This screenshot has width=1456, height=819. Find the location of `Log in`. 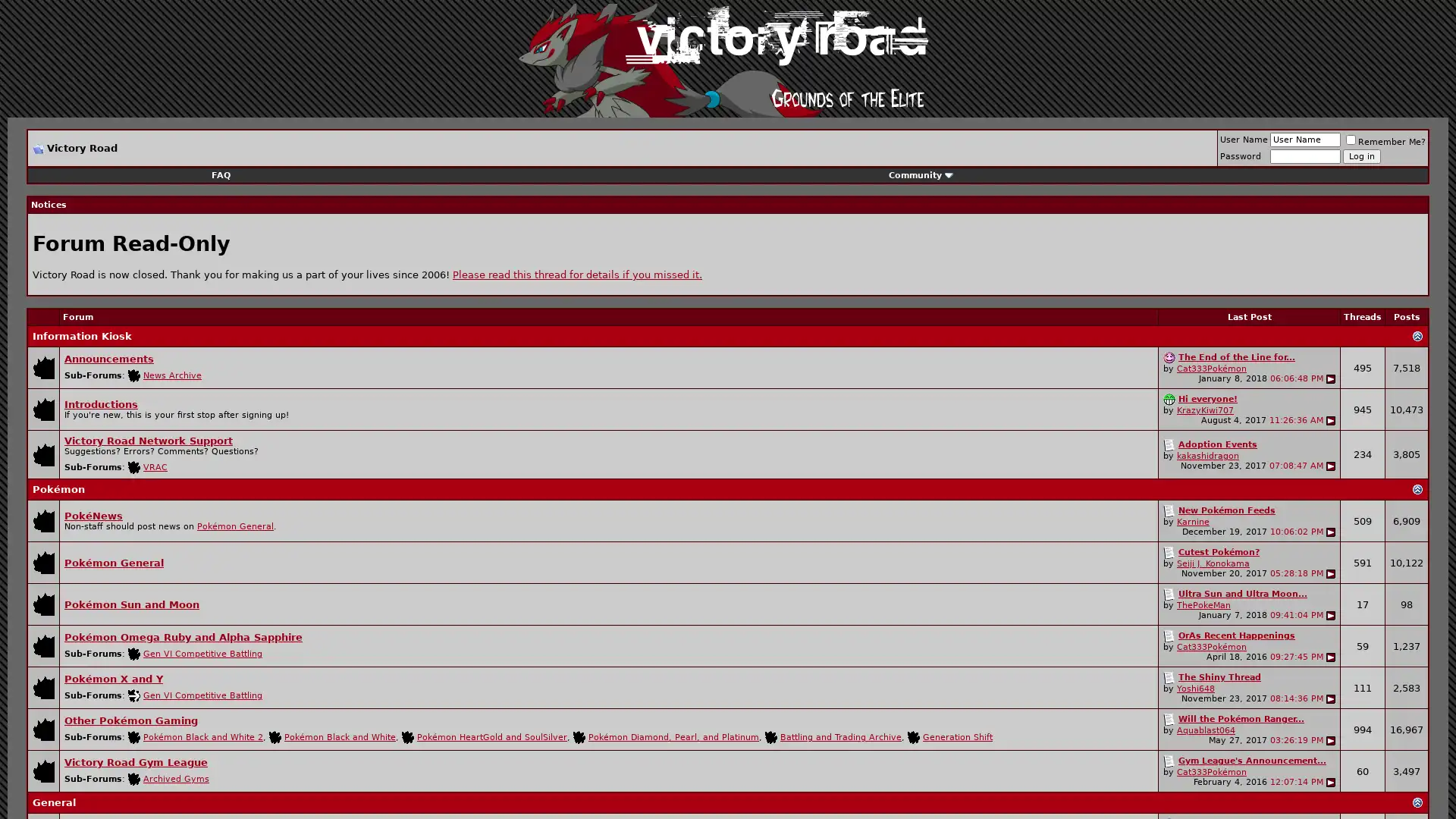

Log in is located at coordinates (1361, 156).